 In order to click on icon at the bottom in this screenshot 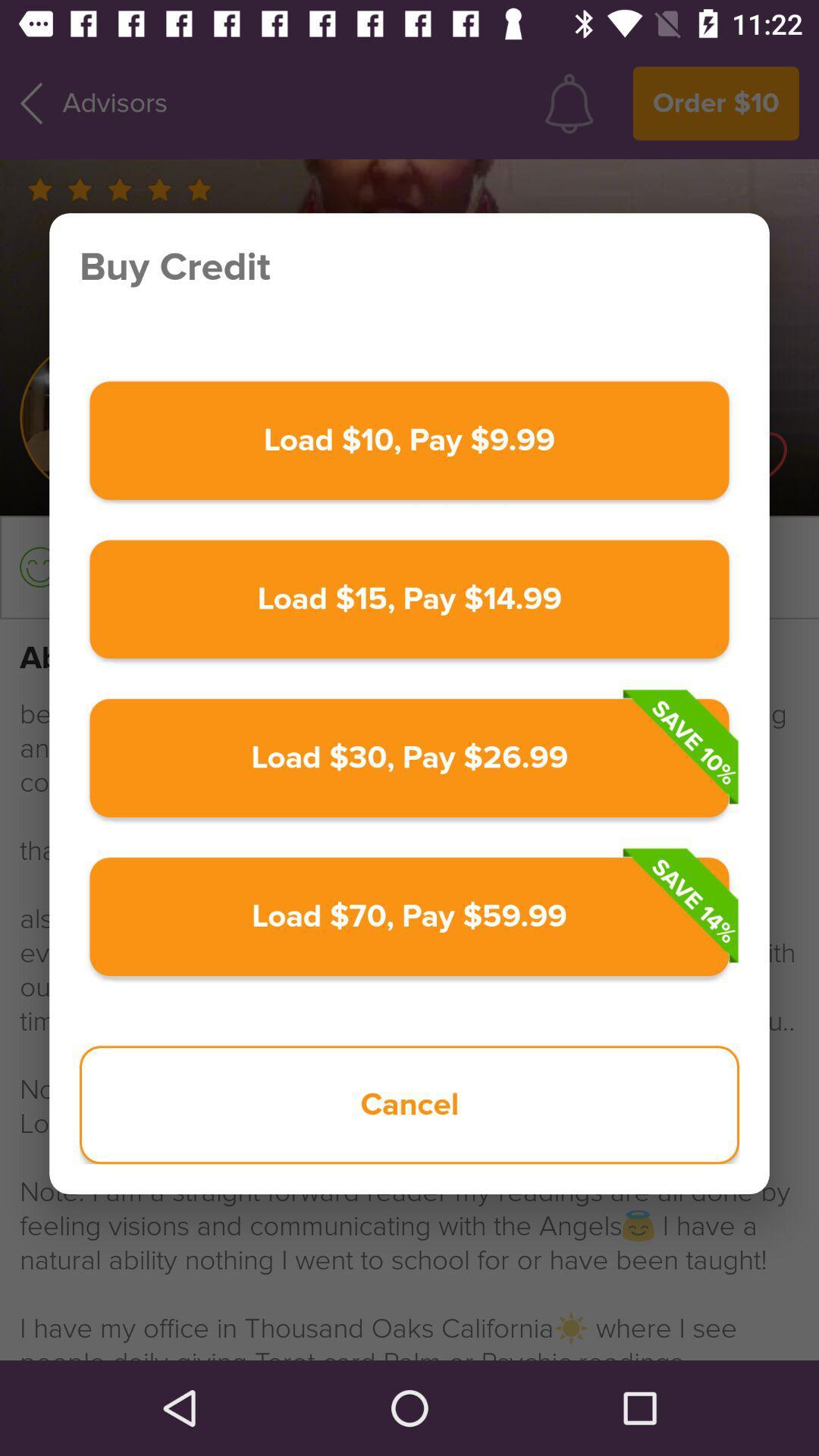, I will do `click(409, 1105)`.